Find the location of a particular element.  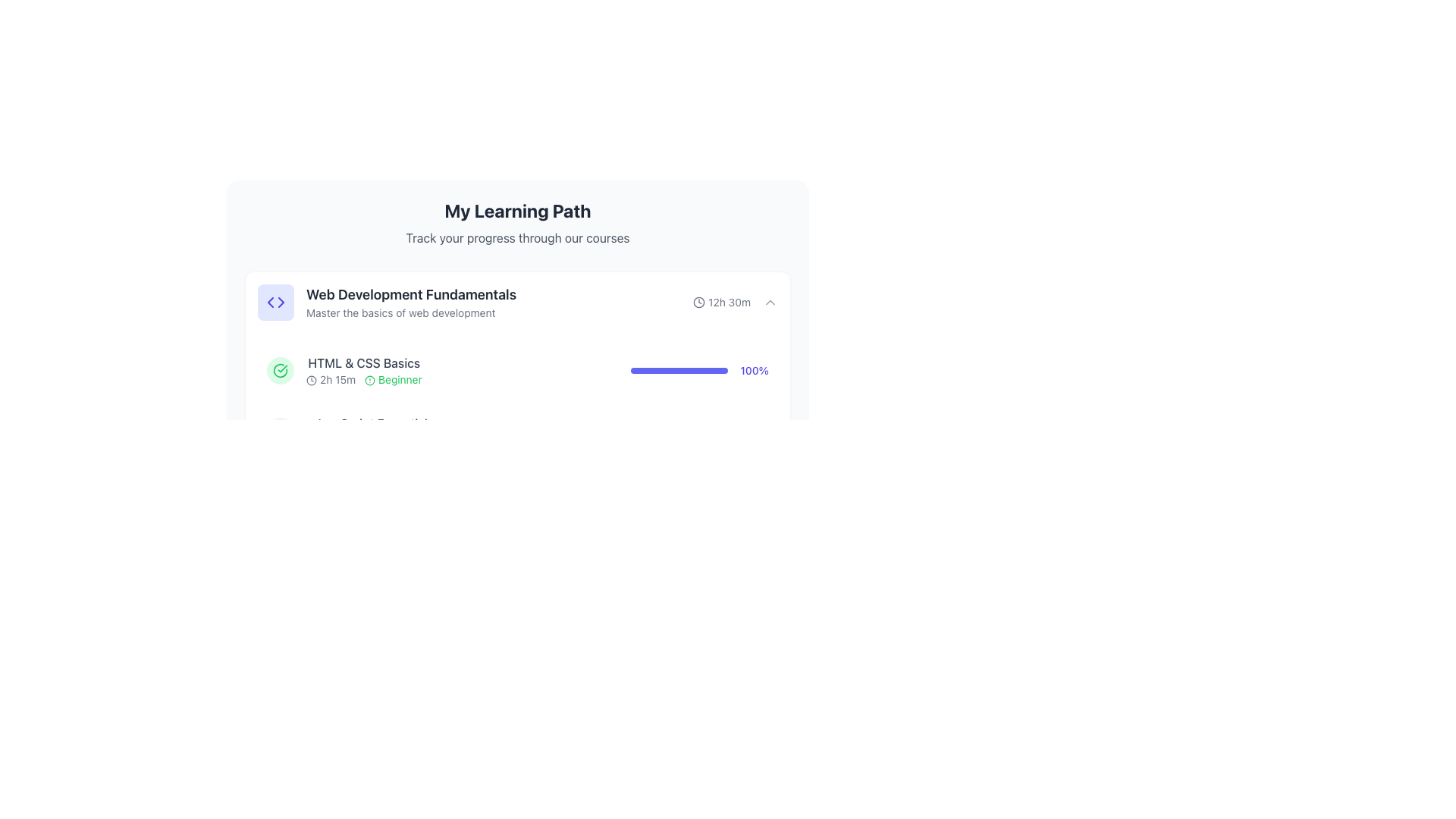

the text label that serves as a descriptive subtitle below the 'Web Development Fundamentals' heading is located at coordinates (411, 312).